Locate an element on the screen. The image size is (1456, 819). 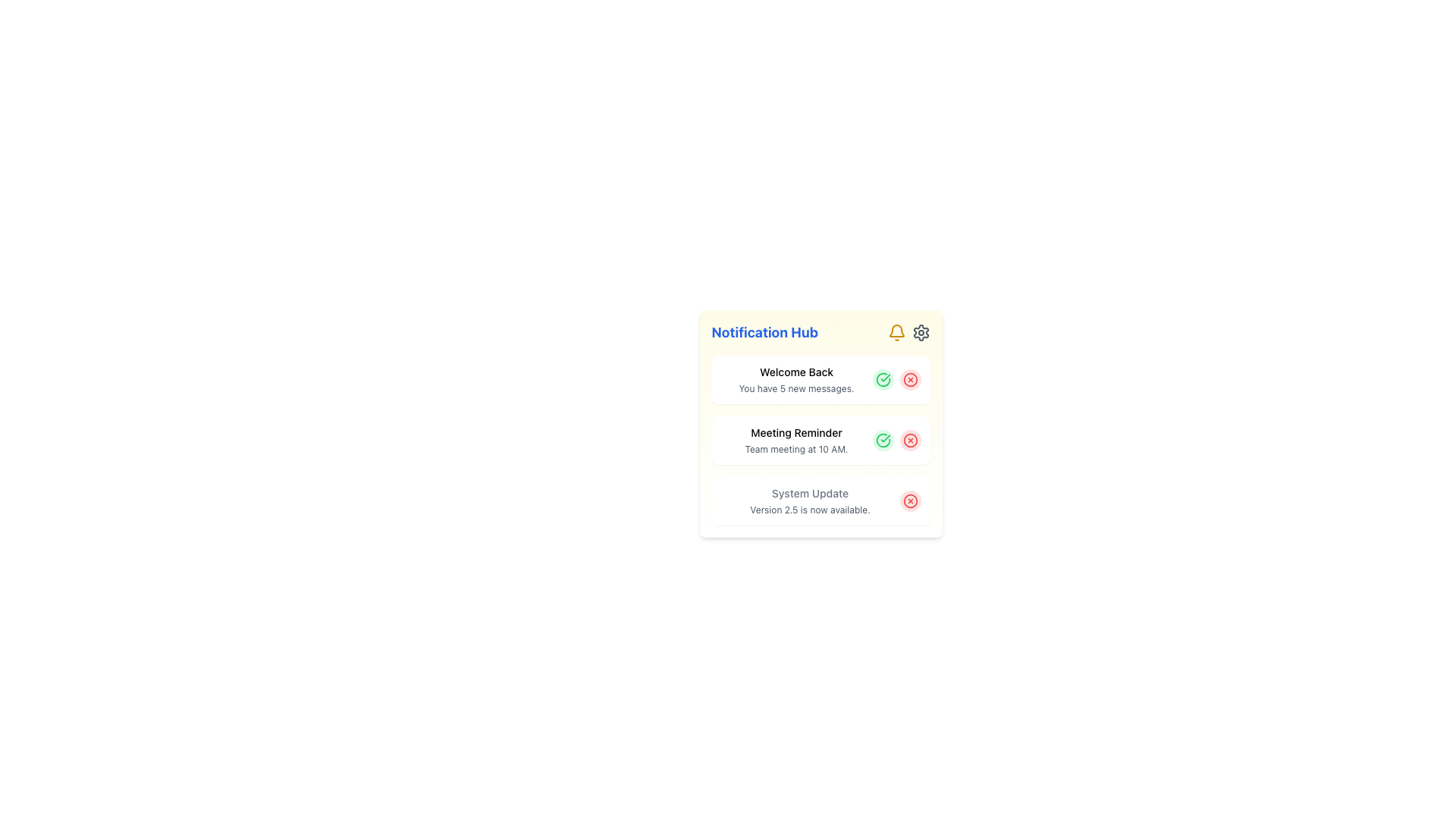
the small green circular button with a checkmark icon, located to the right of the text 'Welcome Back', to confirm the notification is located at coordinates (883, 379).